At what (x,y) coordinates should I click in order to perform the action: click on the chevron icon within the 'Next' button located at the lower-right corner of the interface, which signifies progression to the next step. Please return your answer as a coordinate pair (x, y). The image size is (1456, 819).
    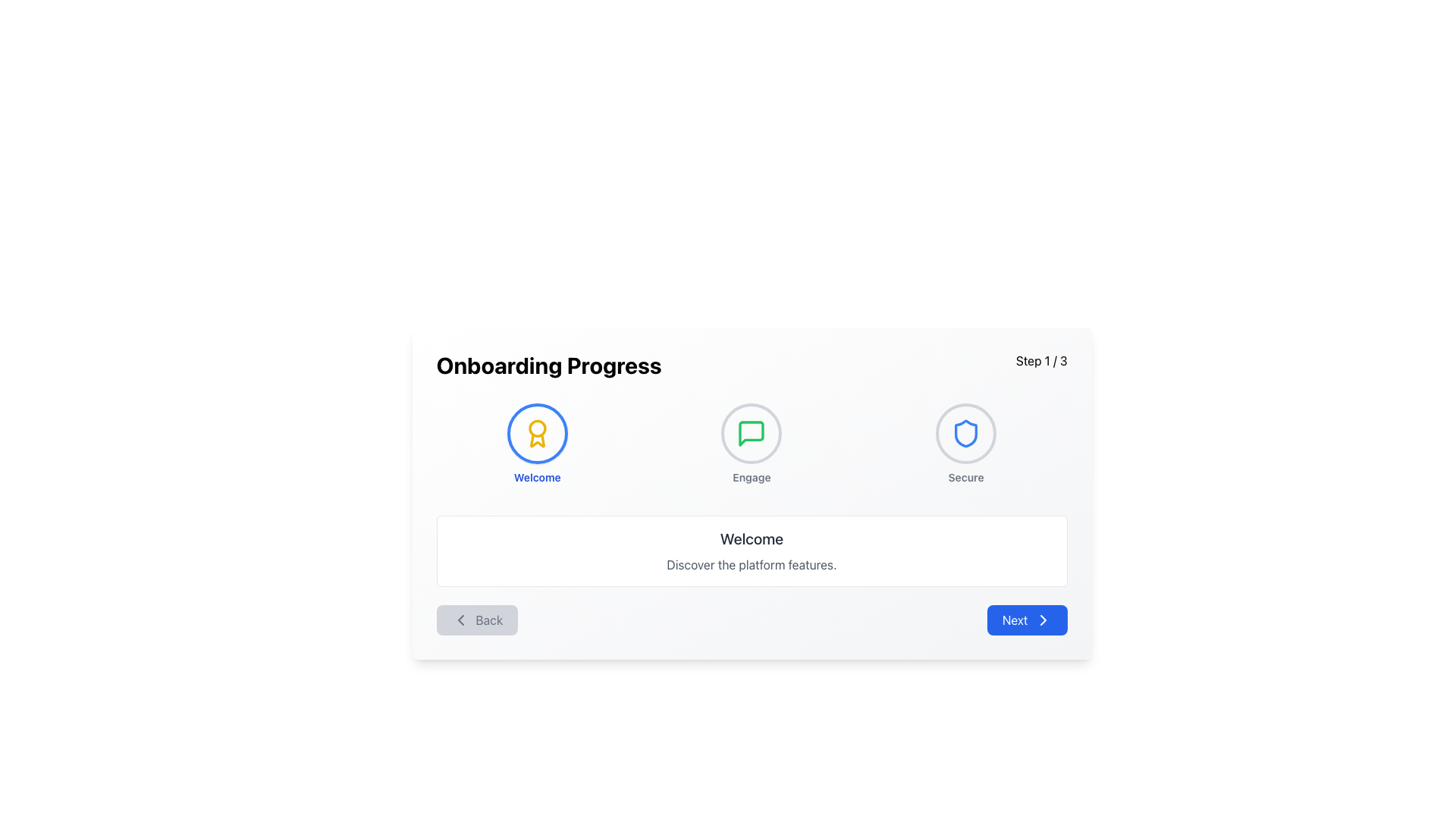
    Looking at the image, I should click on (1042, 620).